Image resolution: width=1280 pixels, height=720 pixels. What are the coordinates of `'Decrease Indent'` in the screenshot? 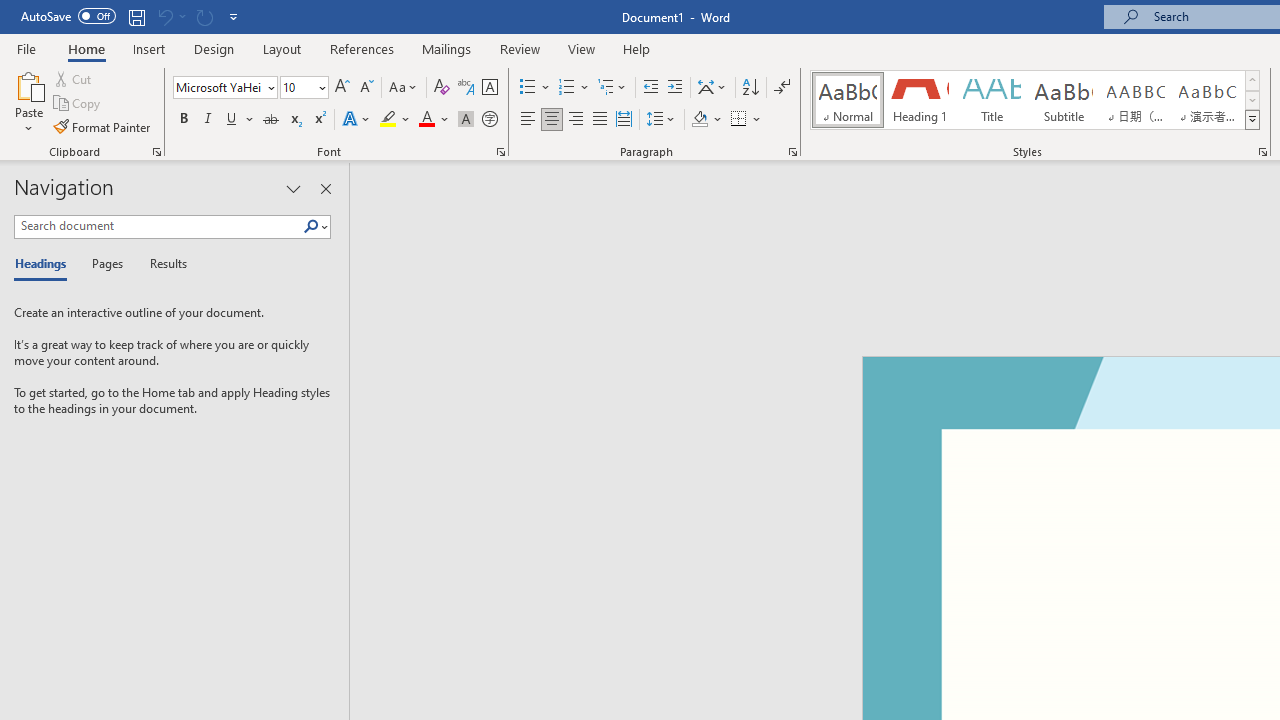 It's located at (650, 86).